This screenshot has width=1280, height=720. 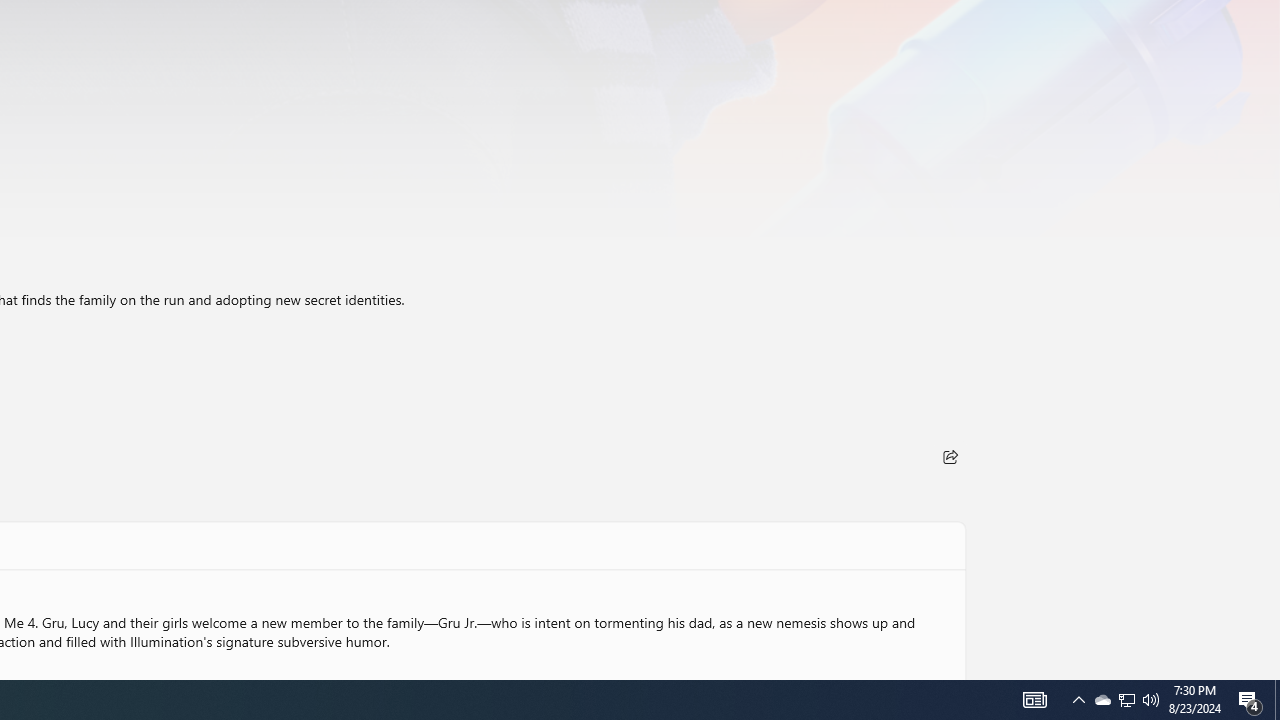 I want to click on 'Share', so click(x=949, y=456).